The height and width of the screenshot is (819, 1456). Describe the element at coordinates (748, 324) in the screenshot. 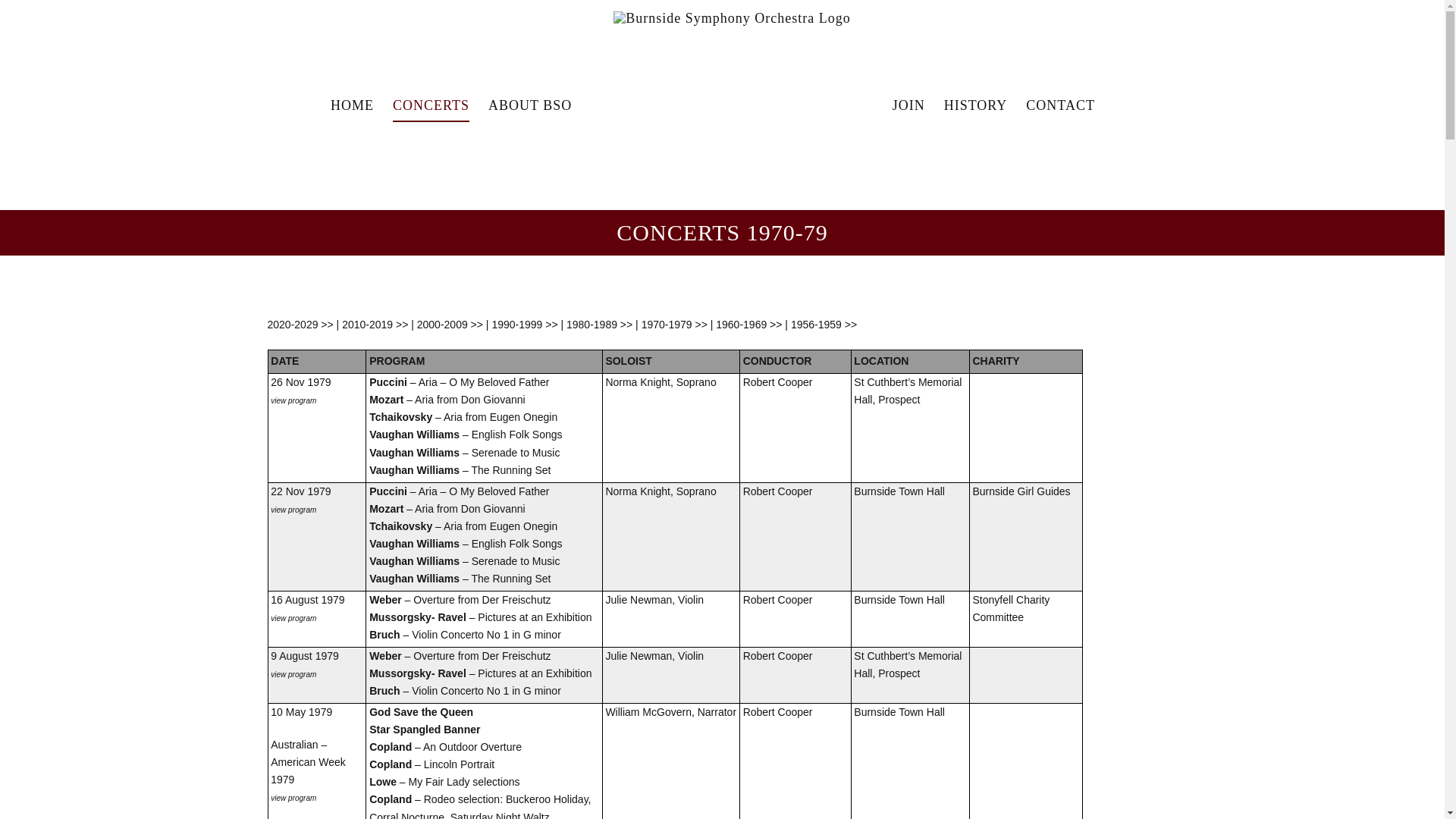

I see `'1960-1969 >>'` at that location.